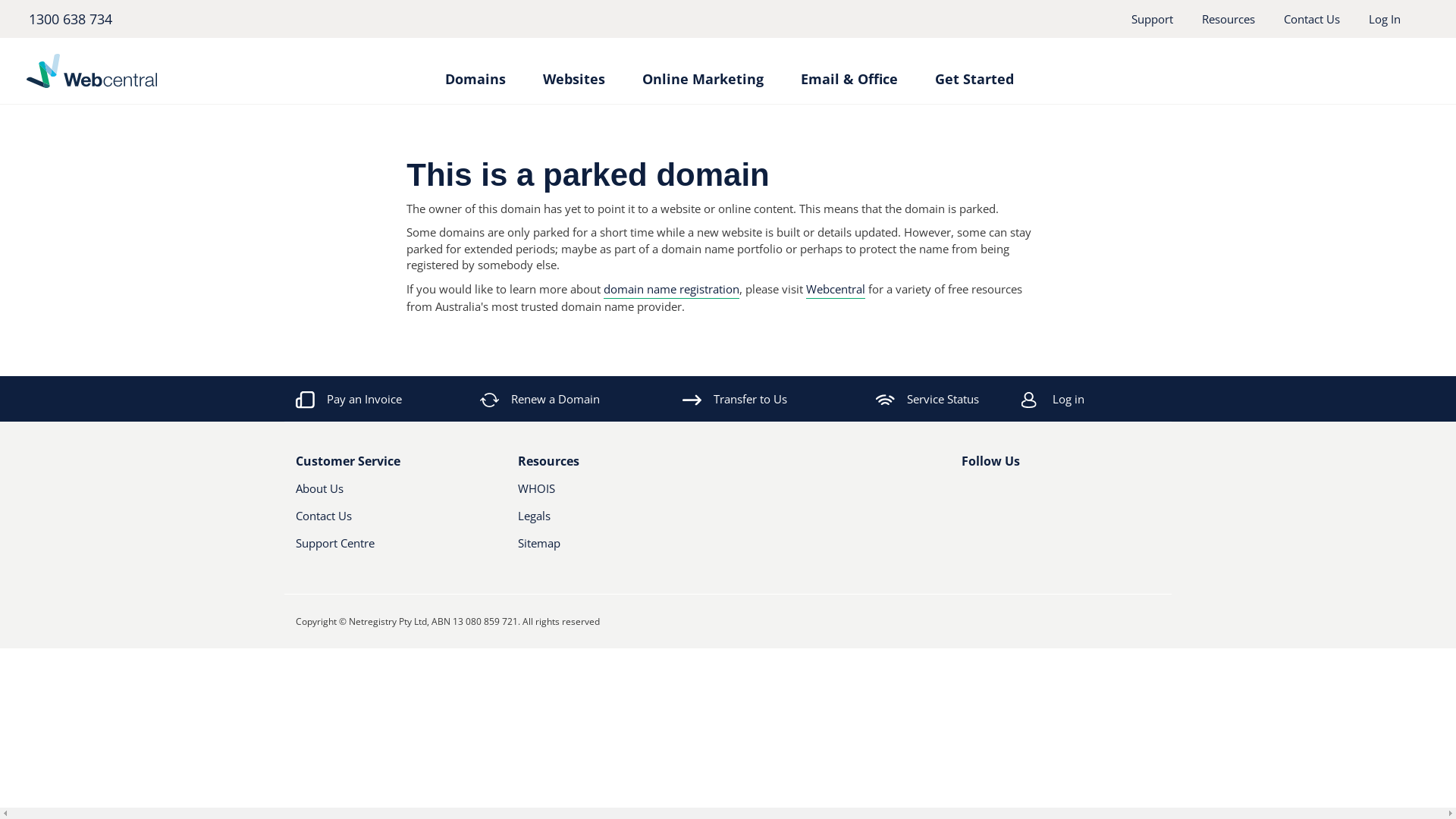 The image size is (1456, 819). Describe the element at coordinates (68, 18) in the screenshot. I see `'1300 638 734'` at that location.